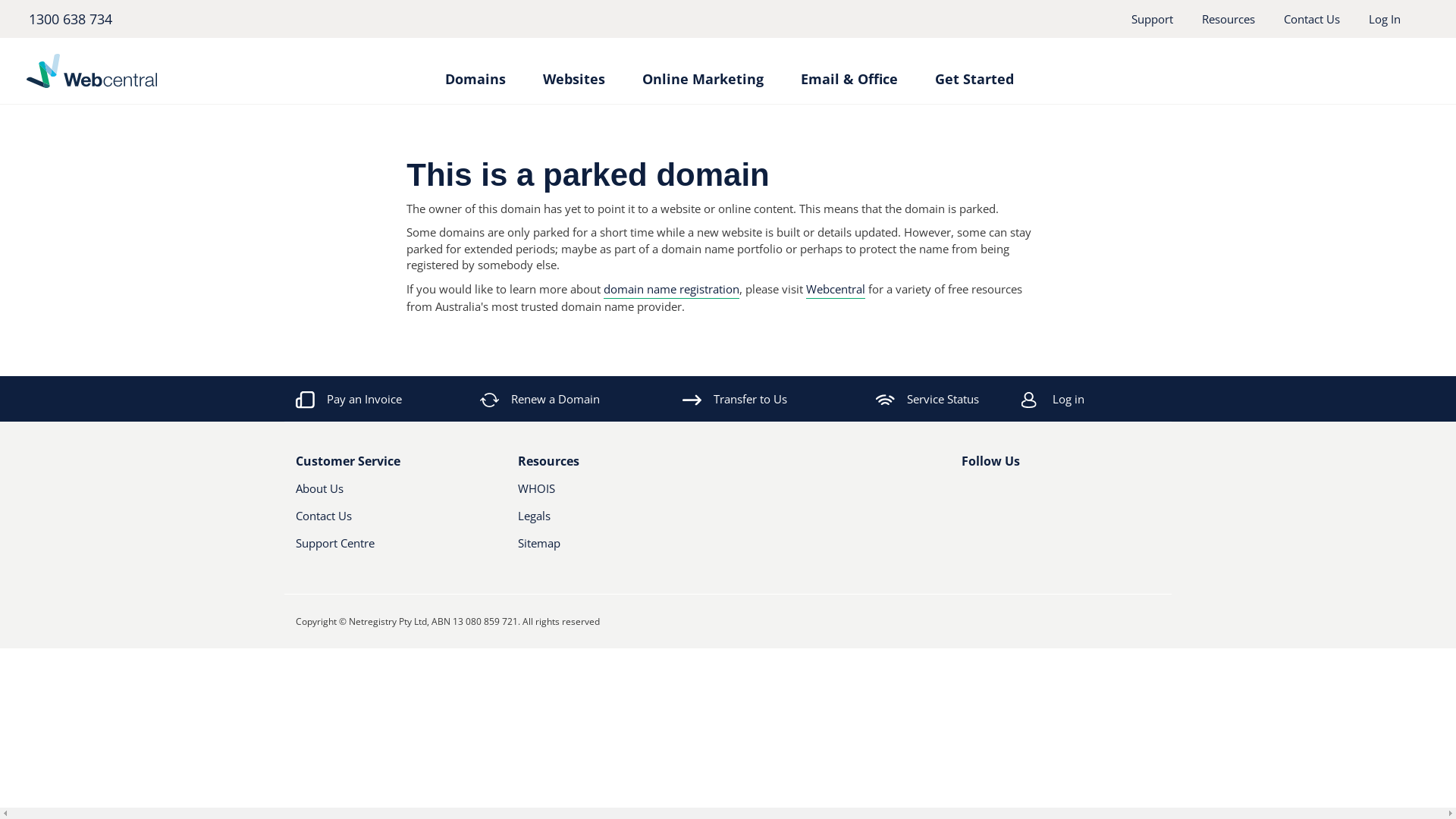 The image size is (1456, 819). Describe the element at coordinates (68, 18) in the screenshot. I see `'1300 638 734'` at that location.